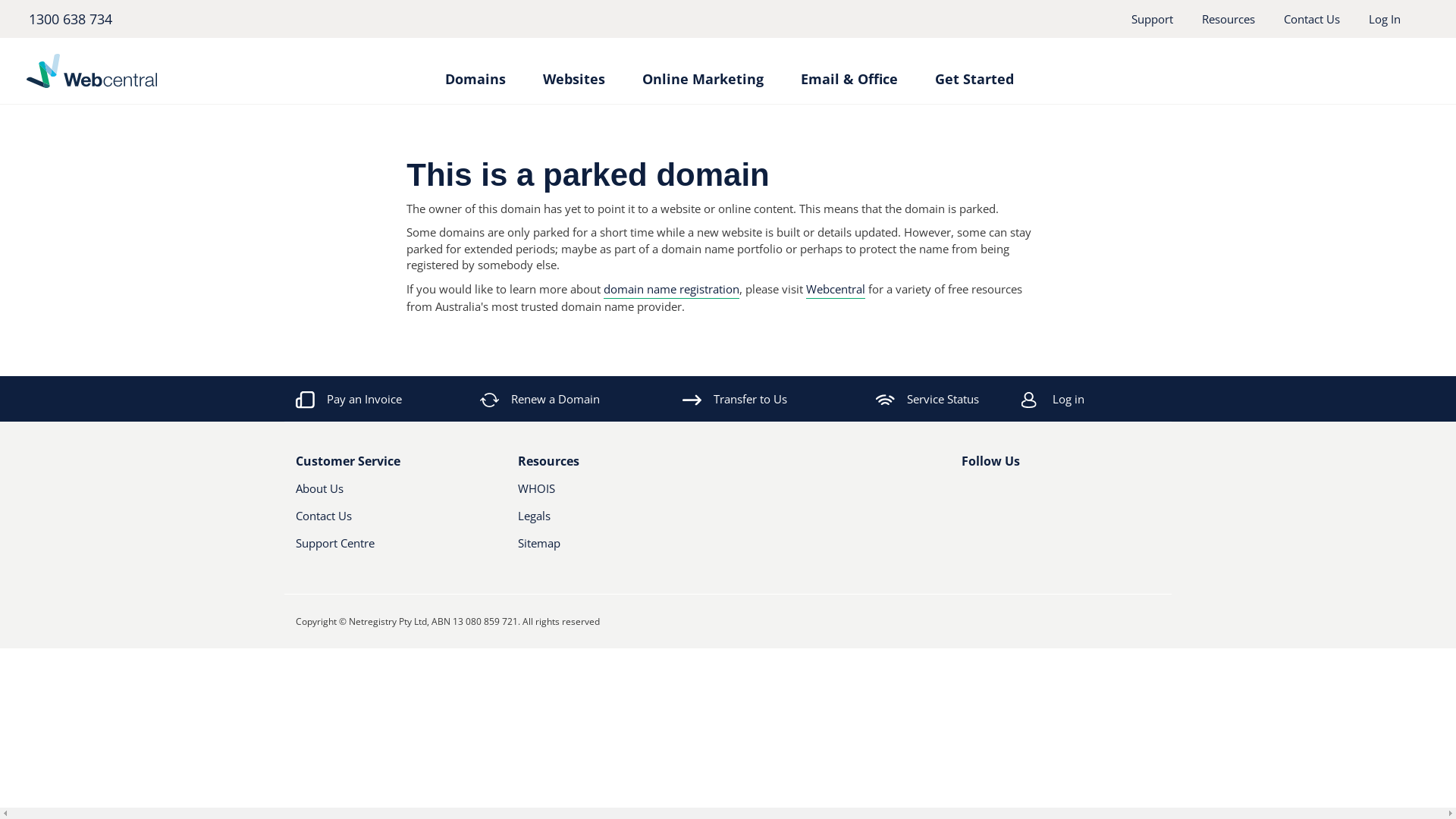 The image size is (1456, 819). Describe the element at coordinates (68, 18) in the screenshot. I see `'1300 638 734'` at that location.